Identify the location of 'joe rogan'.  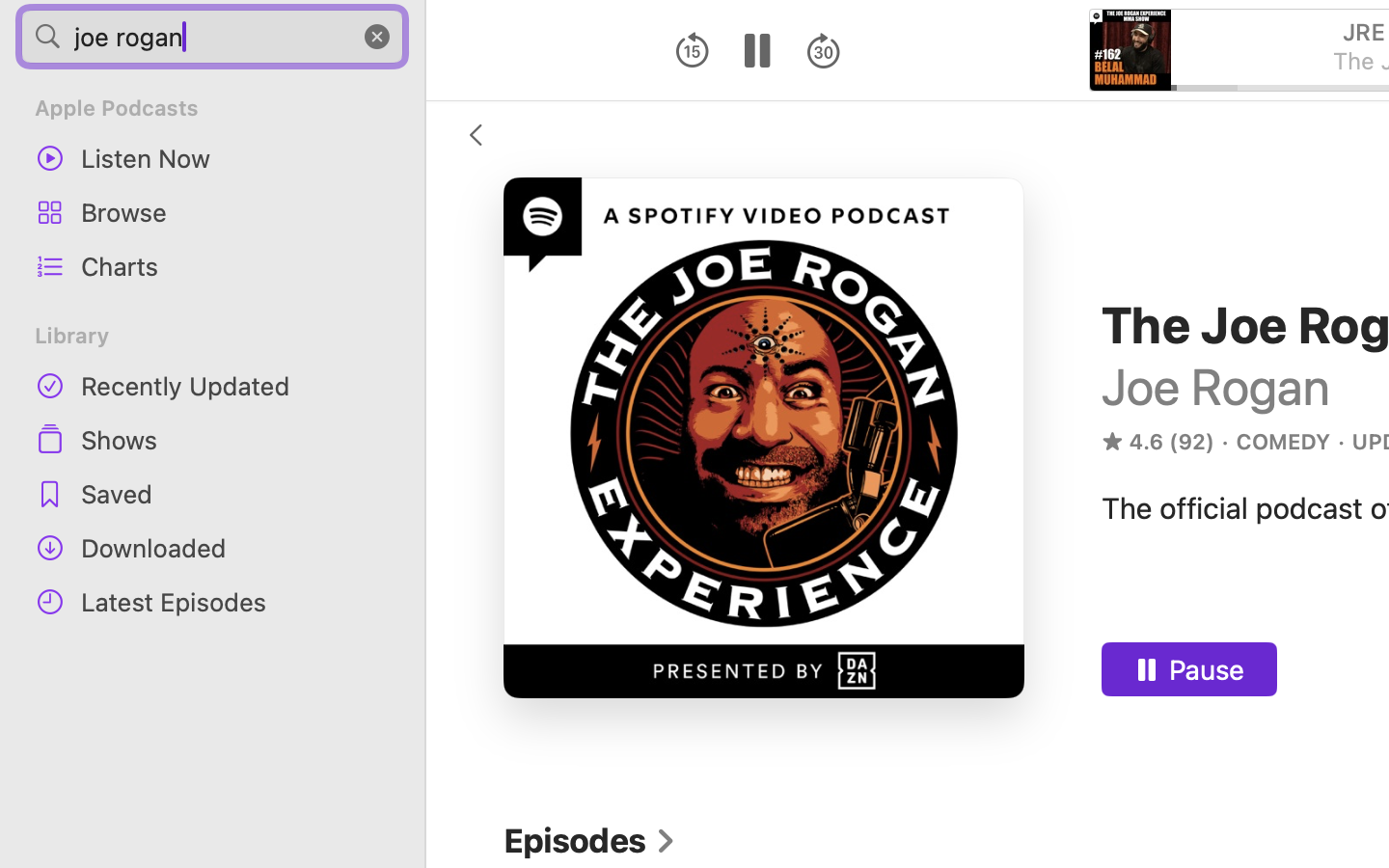
(212, 35).